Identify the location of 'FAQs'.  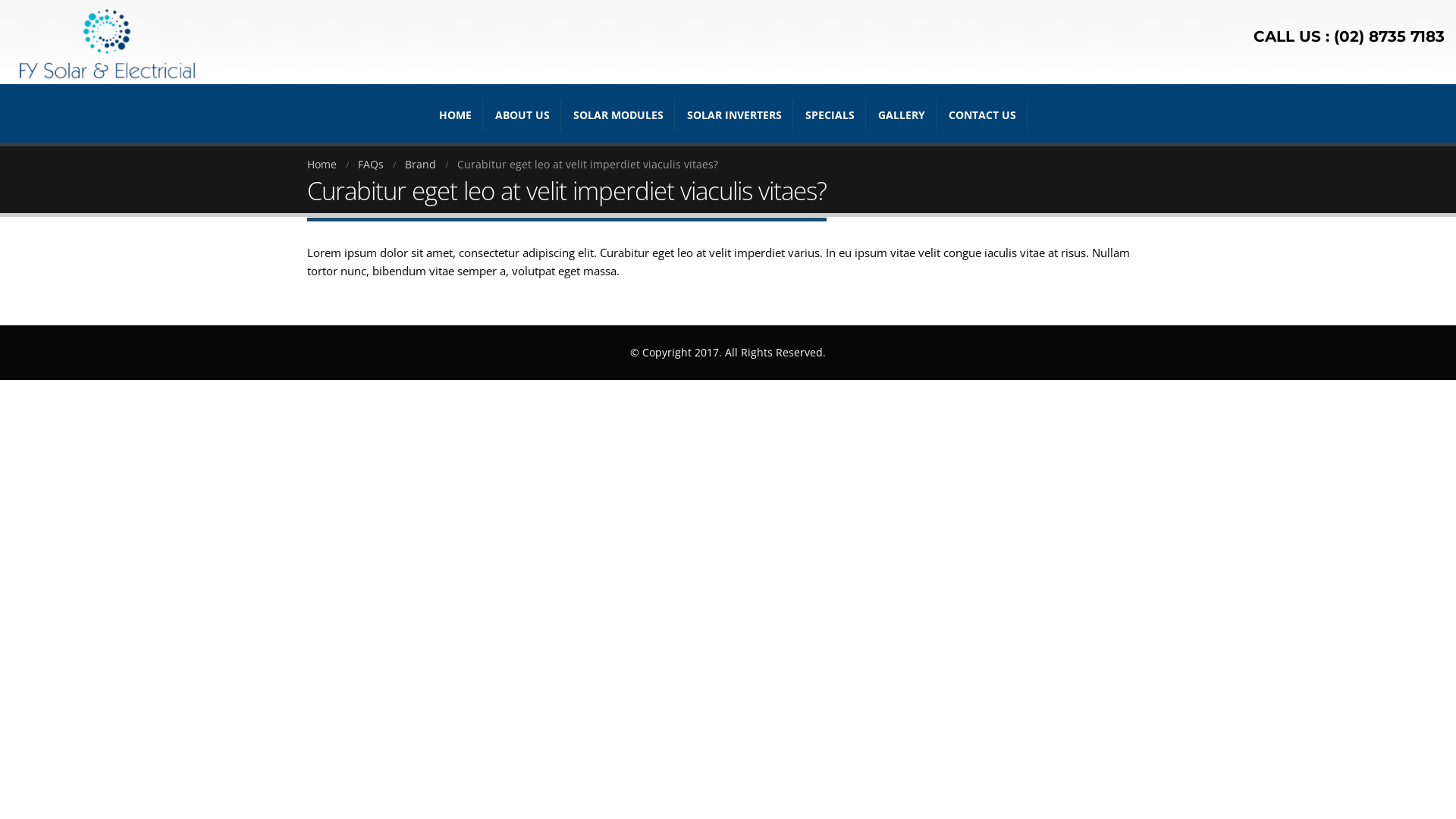
(371, 164).